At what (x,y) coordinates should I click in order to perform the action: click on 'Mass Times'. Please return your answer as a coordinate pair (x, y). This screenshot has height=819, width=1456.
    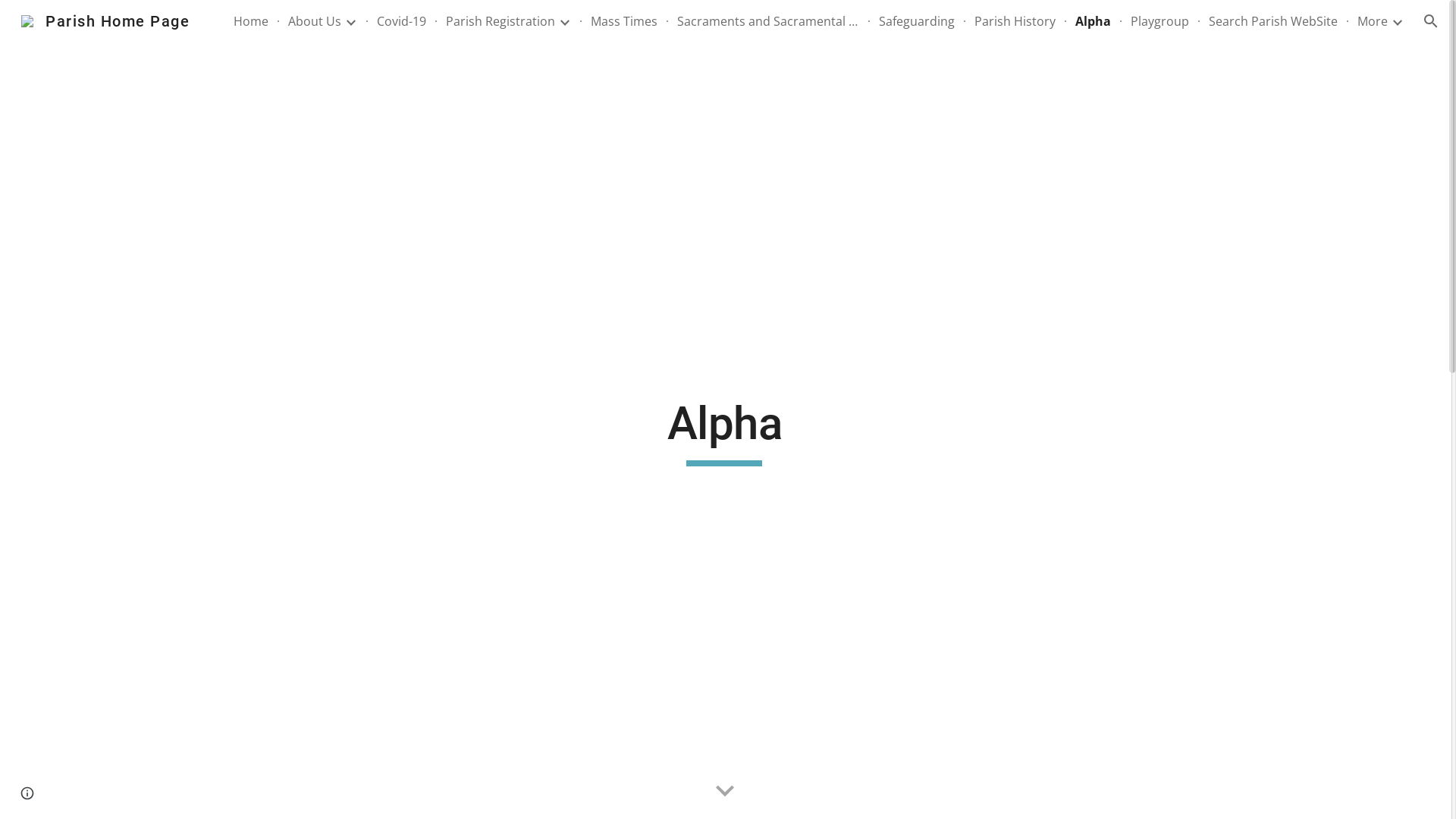
    Looking at the image, I should click on (589, 20).